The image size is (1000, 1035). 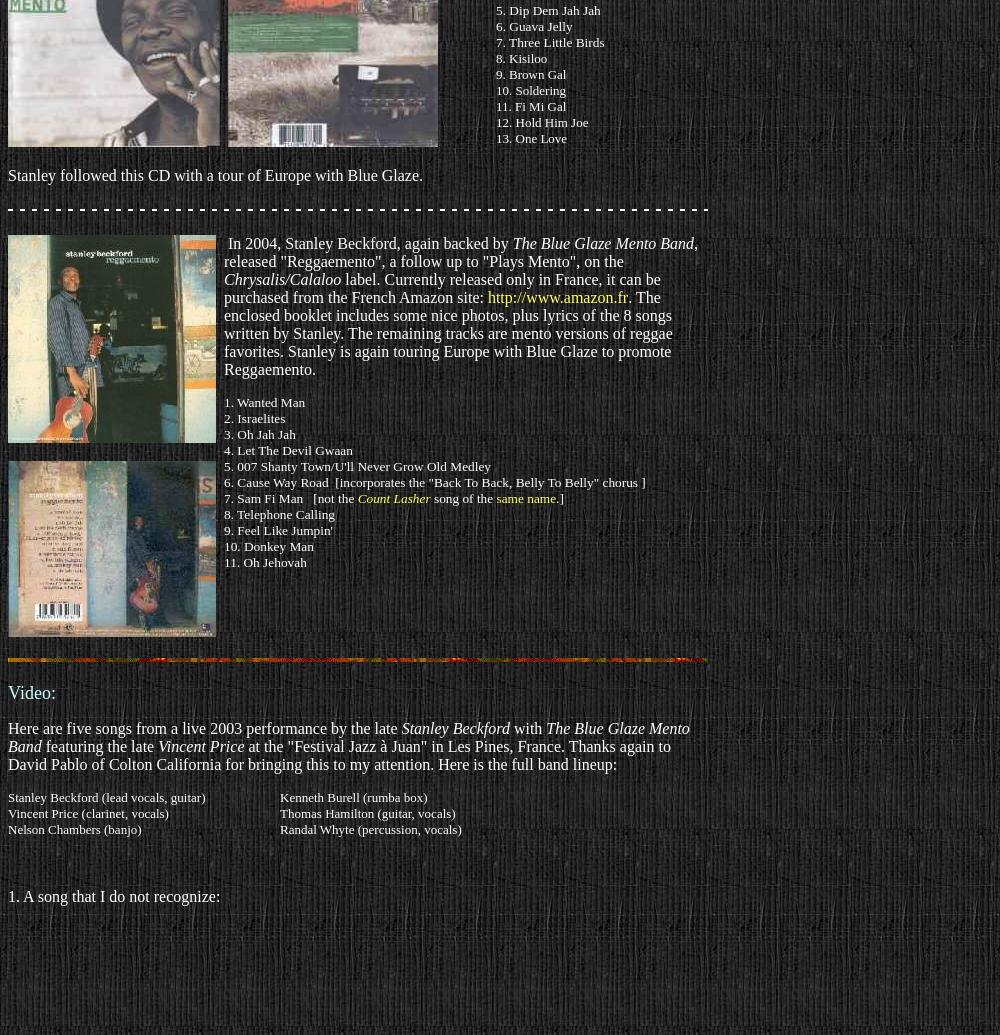 What do you see at coordinates (557, 297) in the screenshot?
I see `'http://www.amazon.fr'` at bounding box center [557, 297].